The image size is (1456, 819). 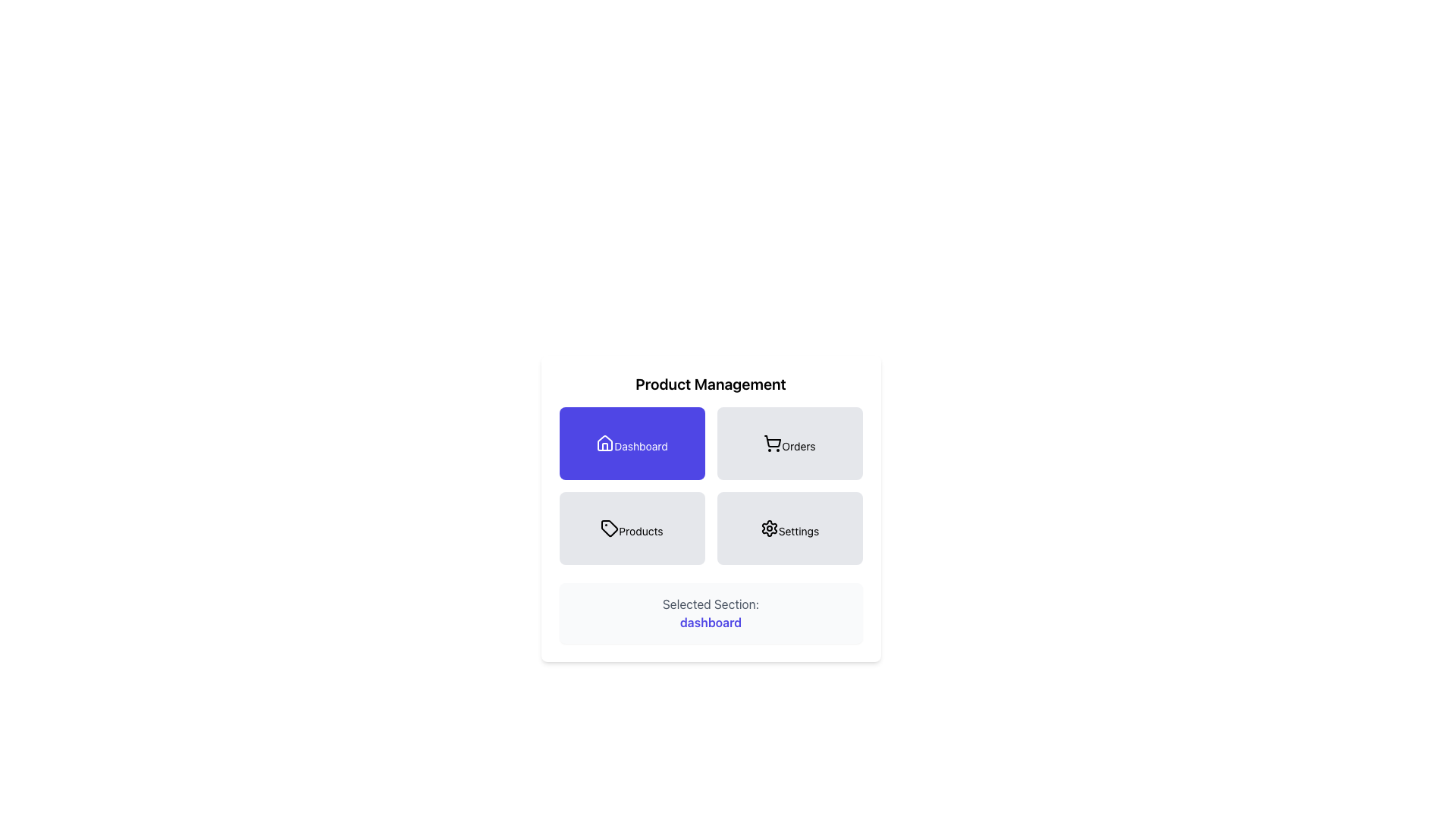 What do you see at coordinates (610, 528) in the screenshot?
I see `the tag icon located in the lower-left corner of the 'Products' button, which is part of a grid of buttons beneath the active 'Dashboard' button` at bounding box center [610, 528].